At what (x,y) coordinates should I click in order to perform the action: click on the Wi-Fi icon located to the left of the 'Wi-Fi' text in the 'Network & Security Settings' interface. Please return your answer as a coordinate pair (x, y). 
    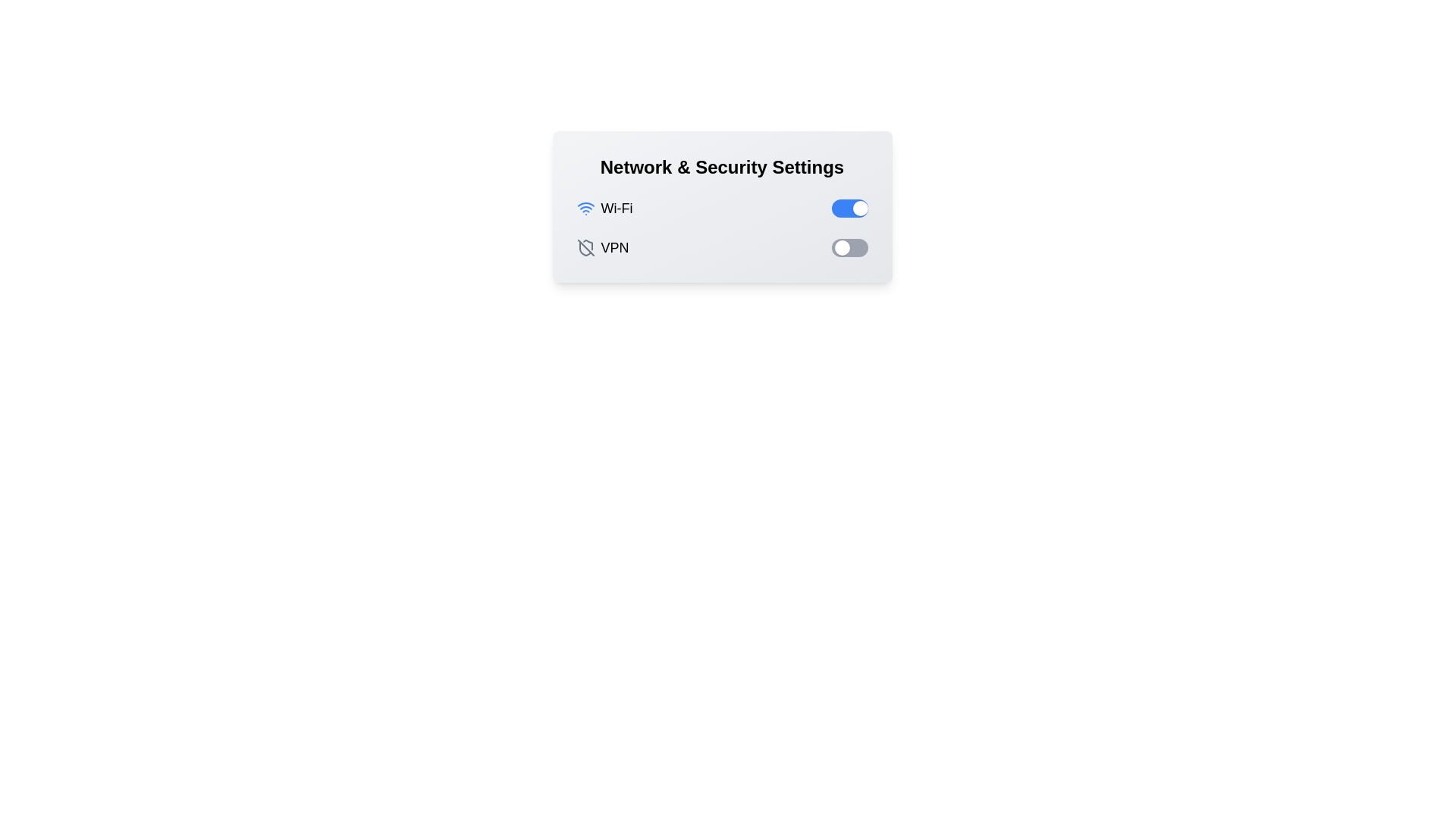
    Looking at the image, I should click on (585, 208).